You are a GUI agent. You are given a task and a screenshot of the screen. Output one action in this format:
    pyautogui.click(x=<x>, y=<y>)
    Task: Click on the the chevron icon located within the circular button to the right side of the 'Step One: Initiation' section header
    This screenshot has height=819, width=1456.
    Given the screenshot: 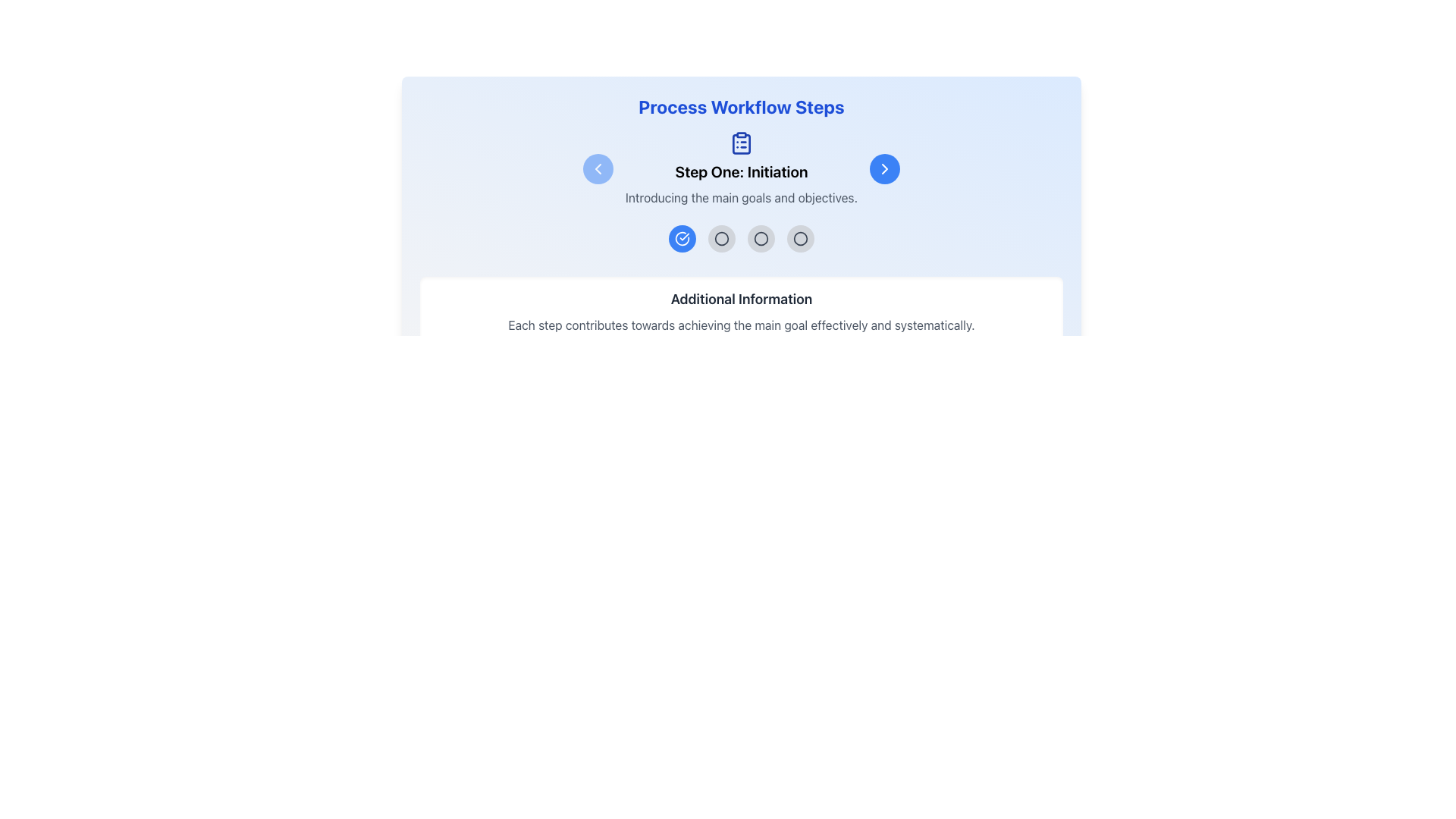 What is the action you would take?
    pyautogui.click(x=884, y=169)
    